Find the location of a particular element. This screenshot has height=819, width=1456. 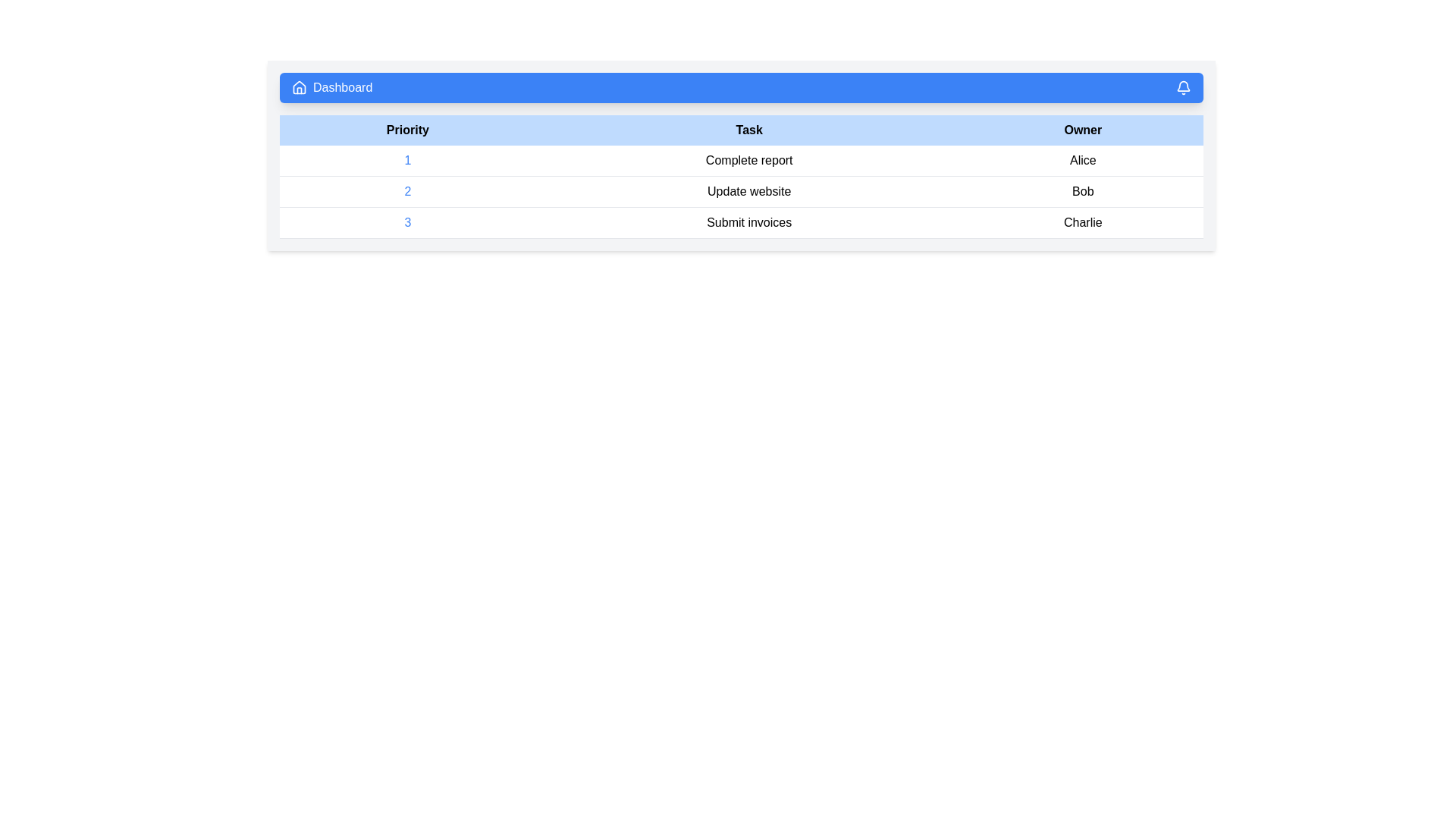

displayed text 'Alice' from the Text Label in the last column of the first row under the 'Owner' header of the table is located at coordinates (1082, 161).